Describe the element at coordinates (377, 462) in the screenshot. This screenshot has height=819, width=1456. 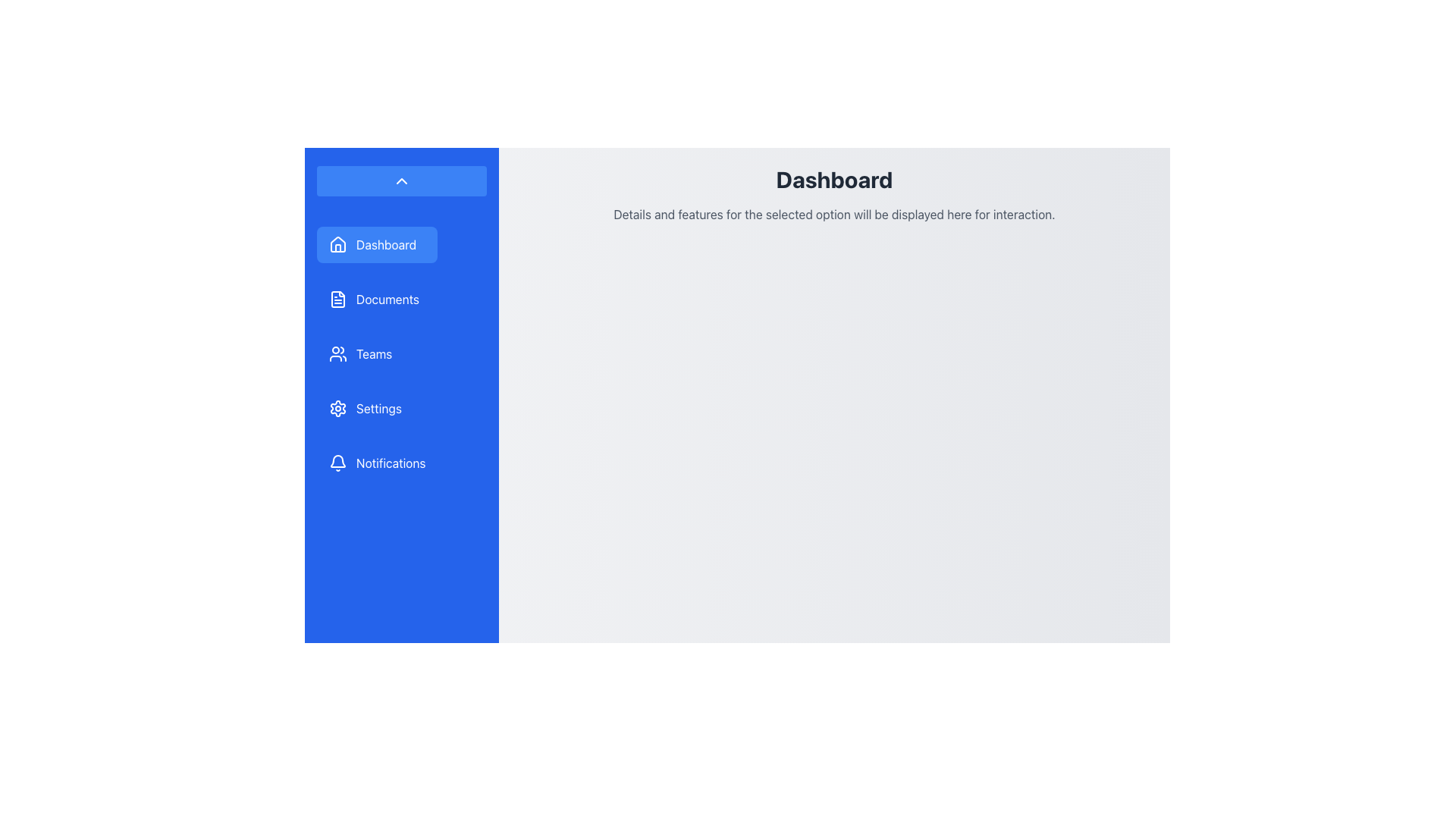
I see `the 'Notifications' button located in the left vertical navigation menu, fifth from the top, to access it via keyboard navigation` at that location.